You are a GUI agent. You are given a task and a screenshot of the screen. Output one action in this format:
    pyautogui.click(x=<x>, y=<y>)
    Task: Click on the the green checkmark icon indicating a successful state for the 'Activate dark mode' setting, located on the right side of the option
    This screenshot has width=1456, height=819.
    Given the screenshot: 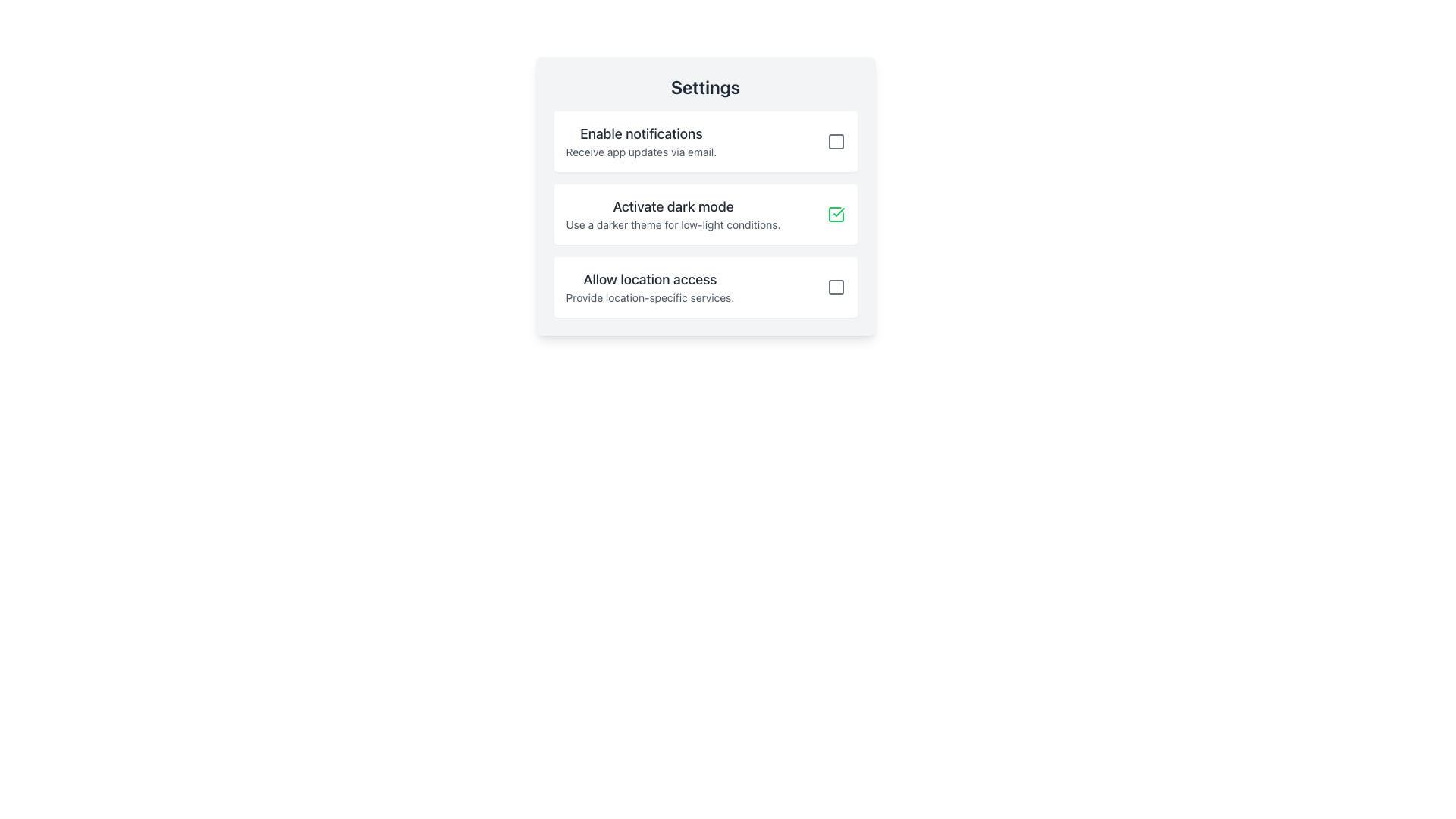 What is the action you would take?
    pyautogui.click(x=837, y=212)
    